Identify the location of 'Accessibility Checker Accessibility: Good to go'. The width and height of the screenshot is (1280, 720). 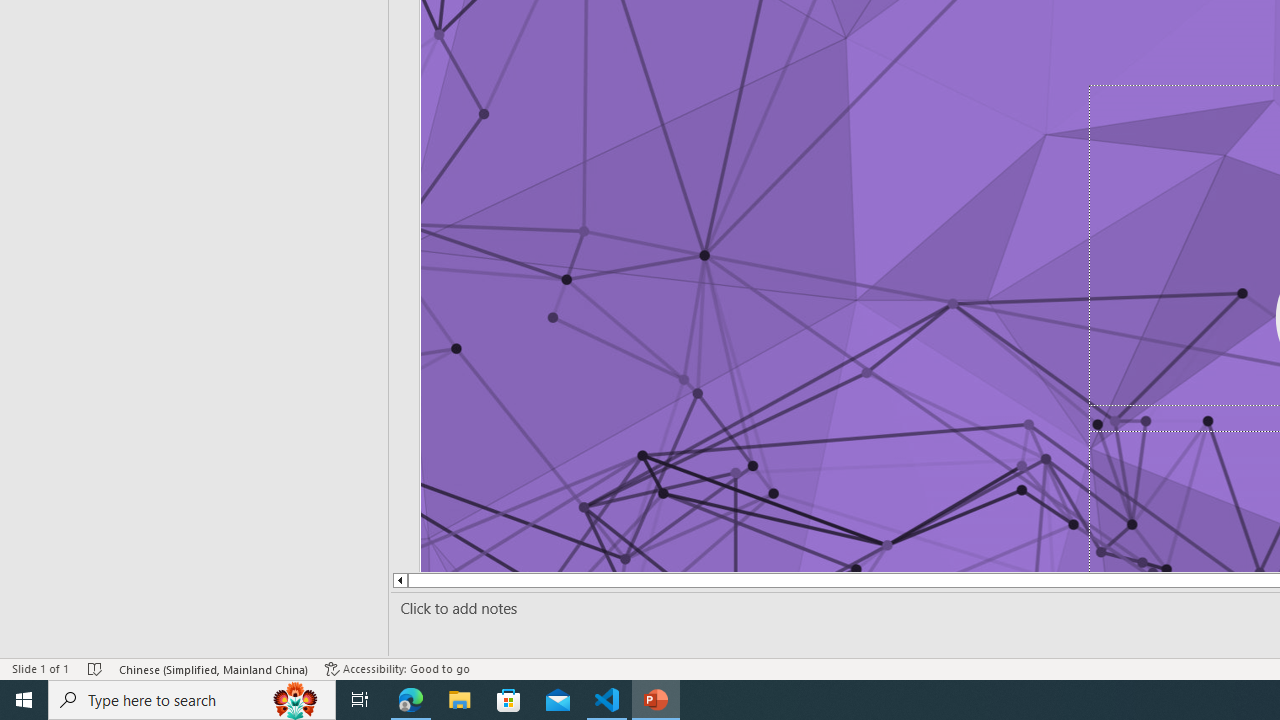
(397, 669).